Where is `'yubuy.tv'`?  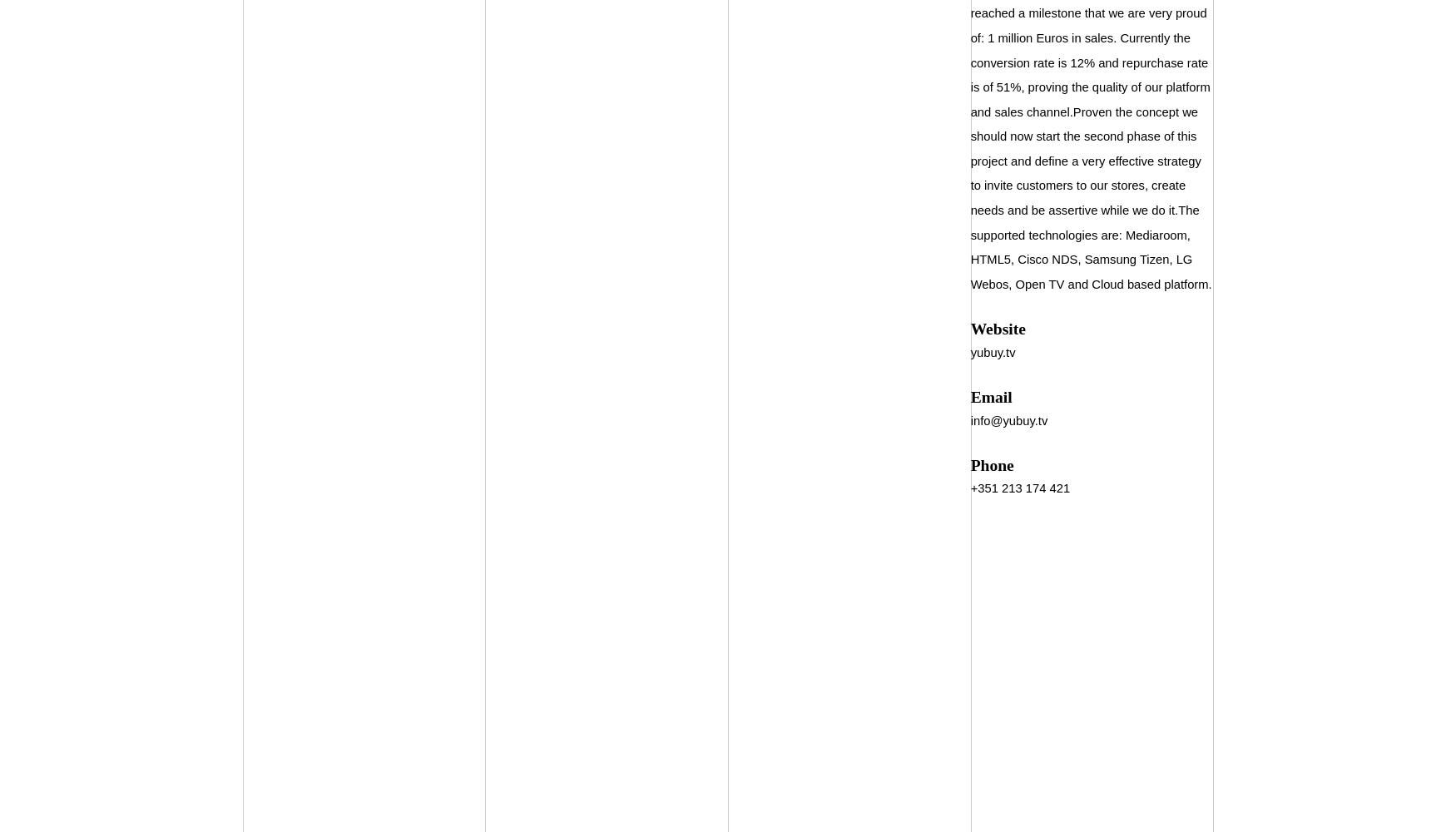 'yubuy.tv' is located at coordinates (992, 352).